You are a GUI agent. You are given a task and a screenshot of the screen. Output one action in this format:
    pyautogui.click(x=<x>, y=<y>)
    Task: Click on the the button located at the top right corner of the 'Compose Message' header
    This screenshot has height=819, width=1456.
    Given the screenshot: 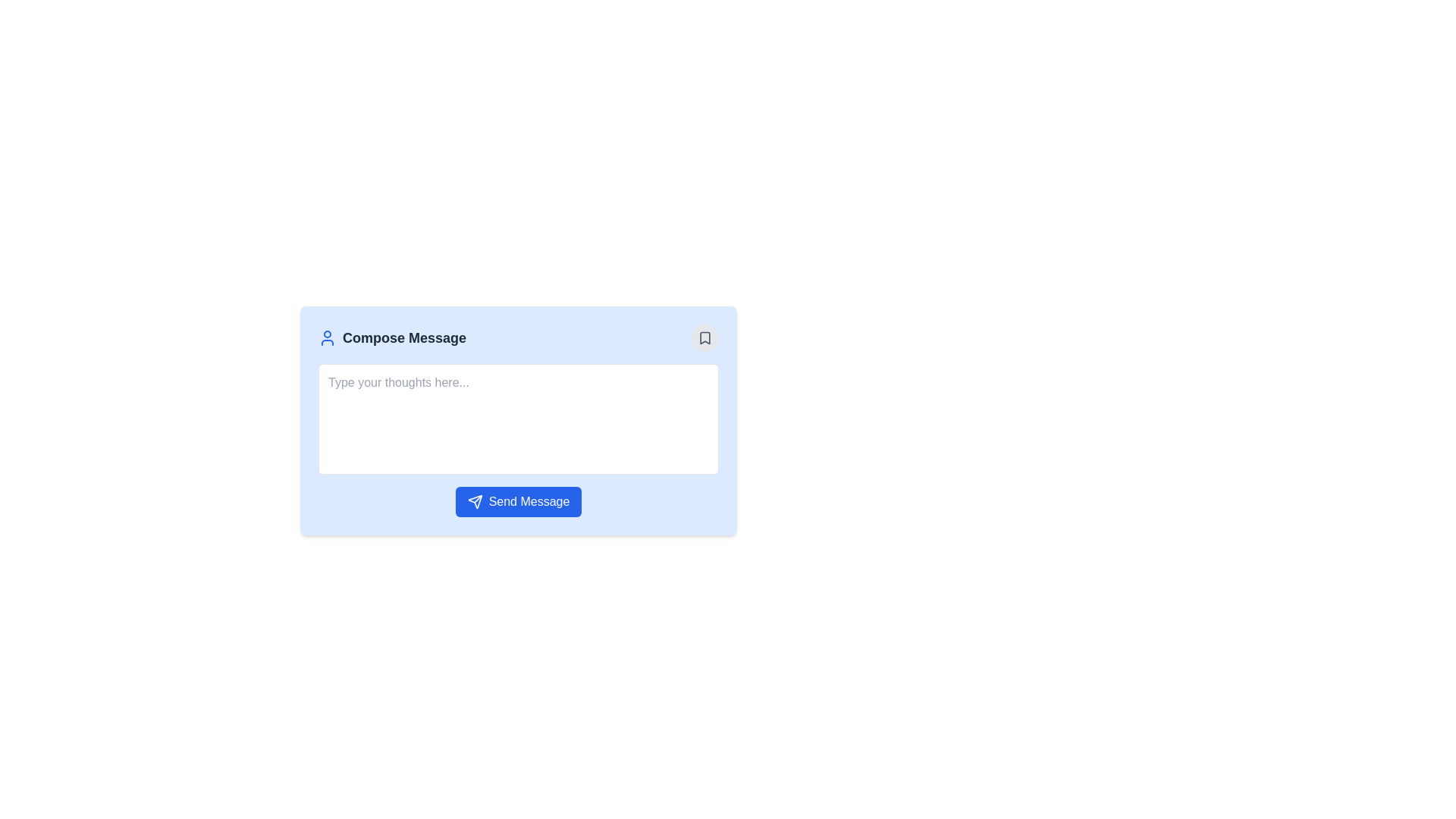 What is the action you would take?
    pyautogui.click(x=704, y=337)
    